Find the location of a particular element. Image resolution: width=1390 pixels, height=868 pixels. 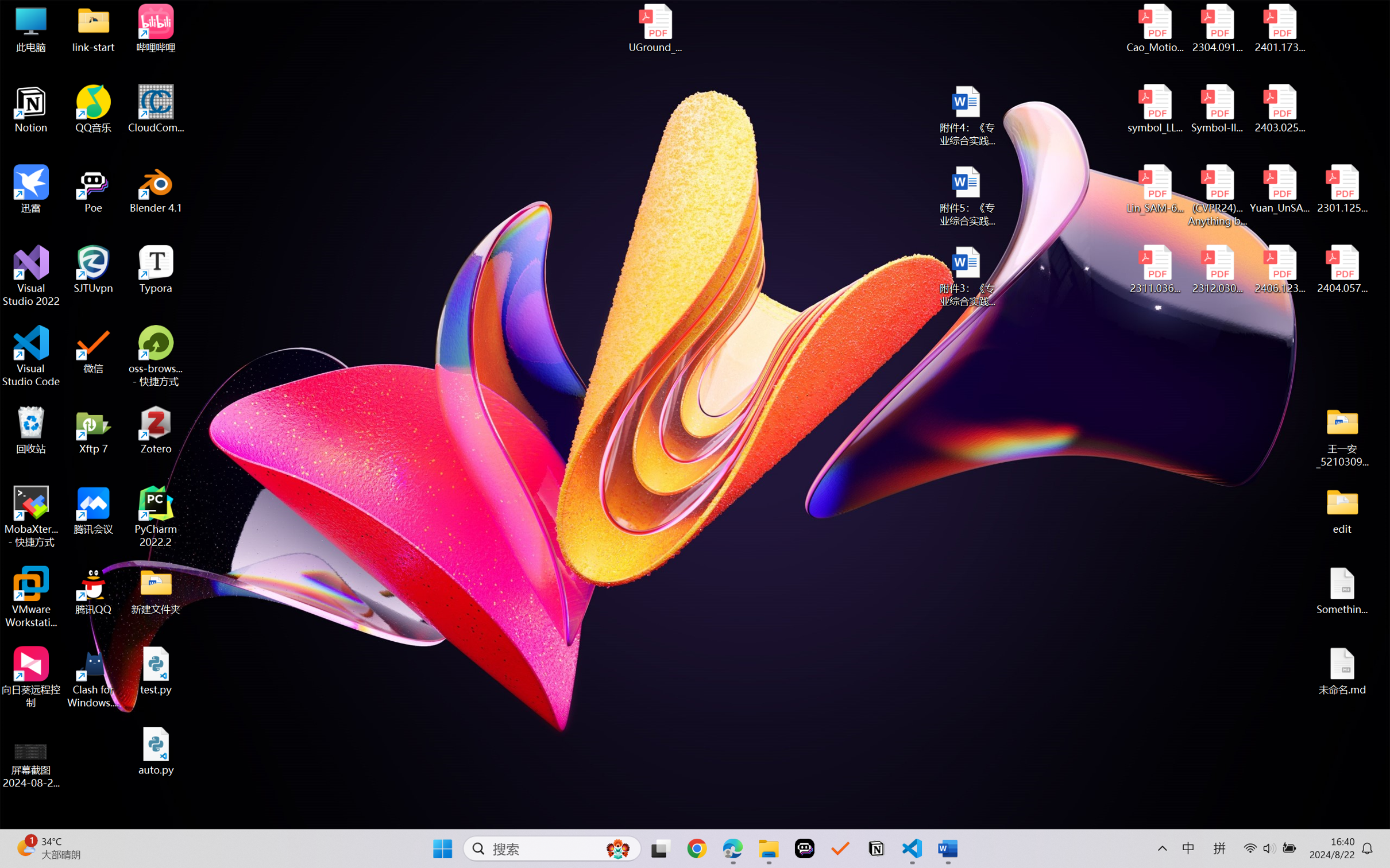

'2312.03032v2.pdf' is located at coordinates (1217, 269).